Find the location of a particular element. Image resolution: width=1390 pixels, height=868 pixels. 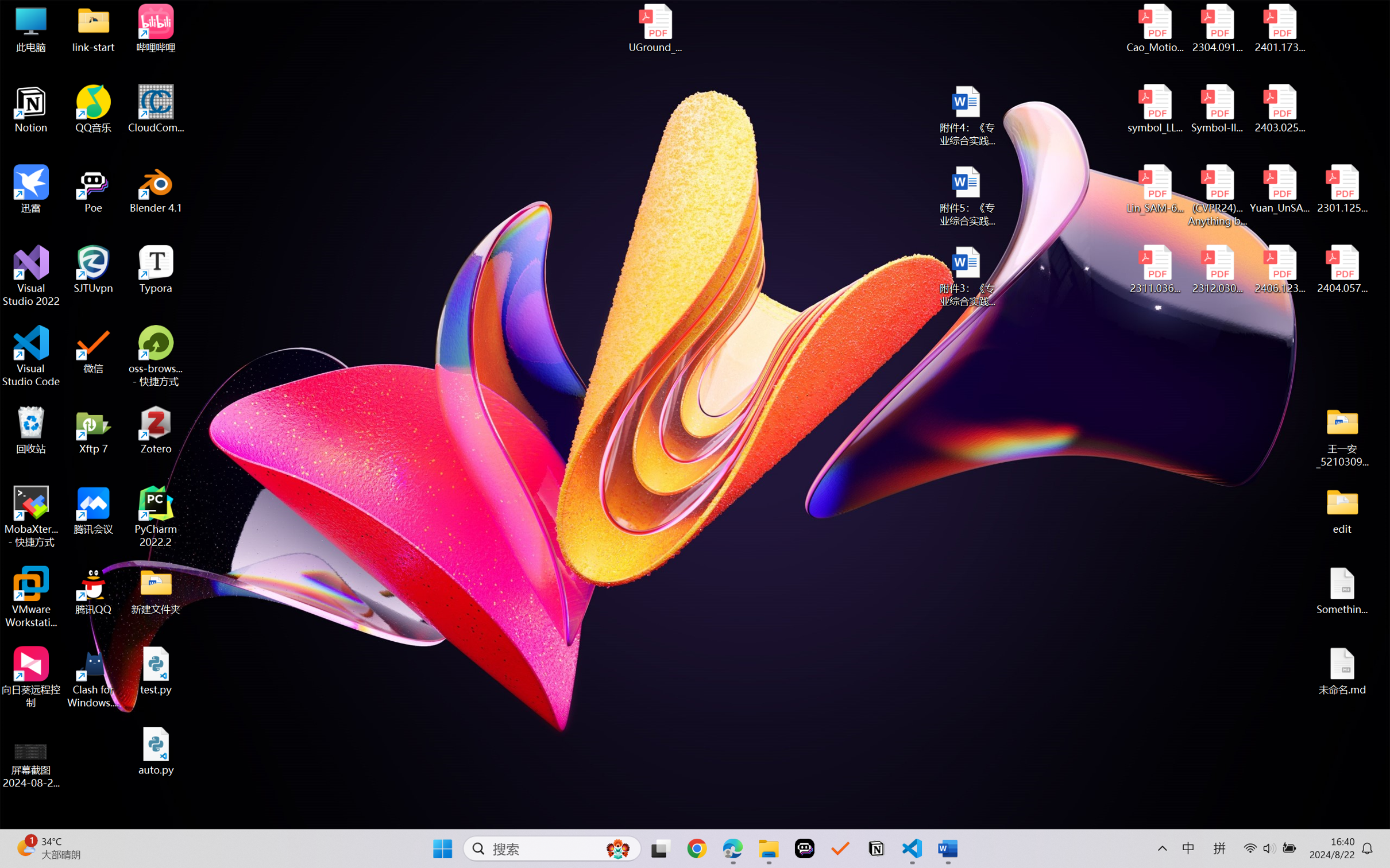

'2312.03032v2.pdf' is located at coordinates (1217, 269).